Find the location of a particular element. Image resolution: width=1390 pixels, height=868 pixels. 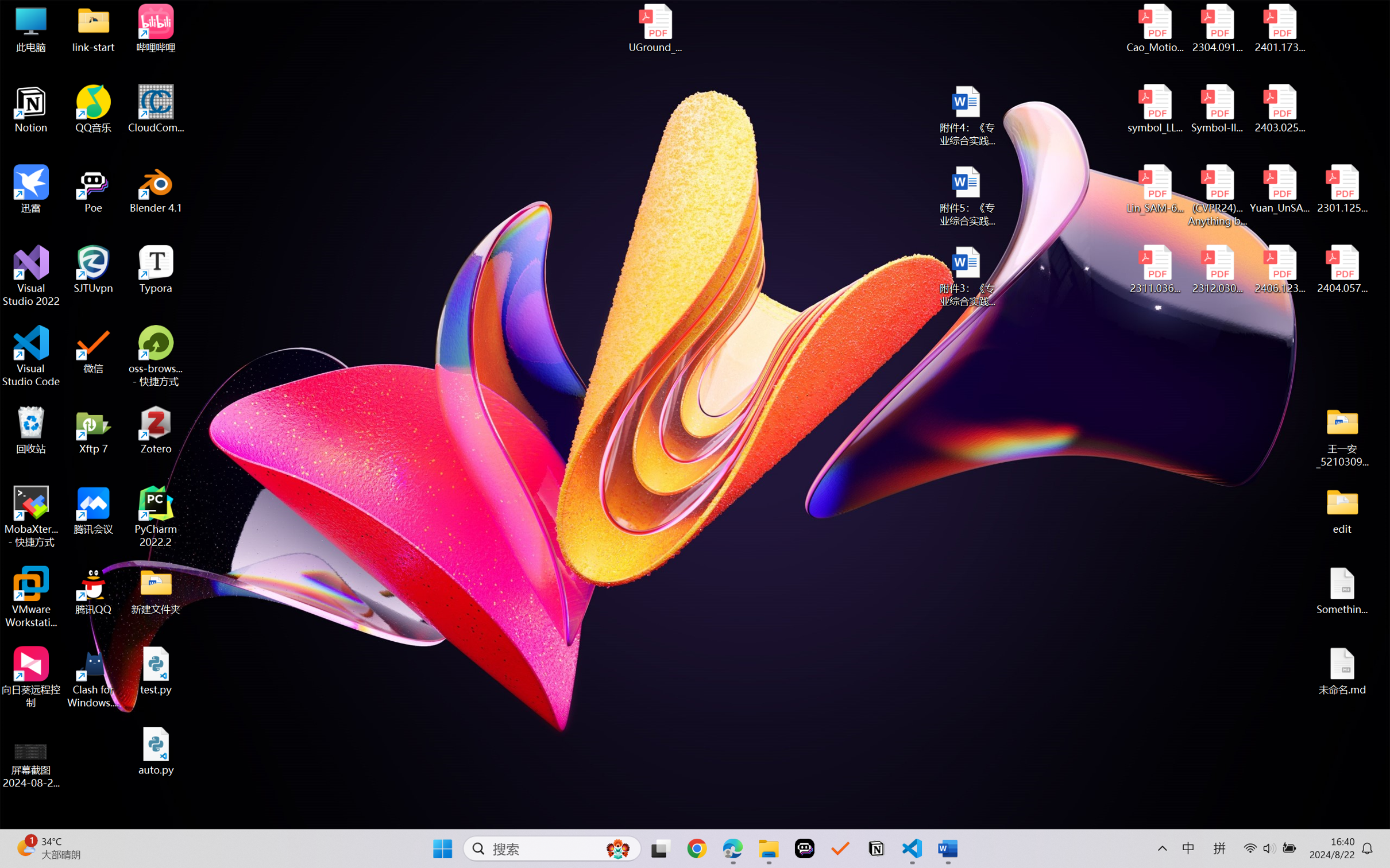

'2312.03032v2.pdf' is located at coordinates (1217, 269).